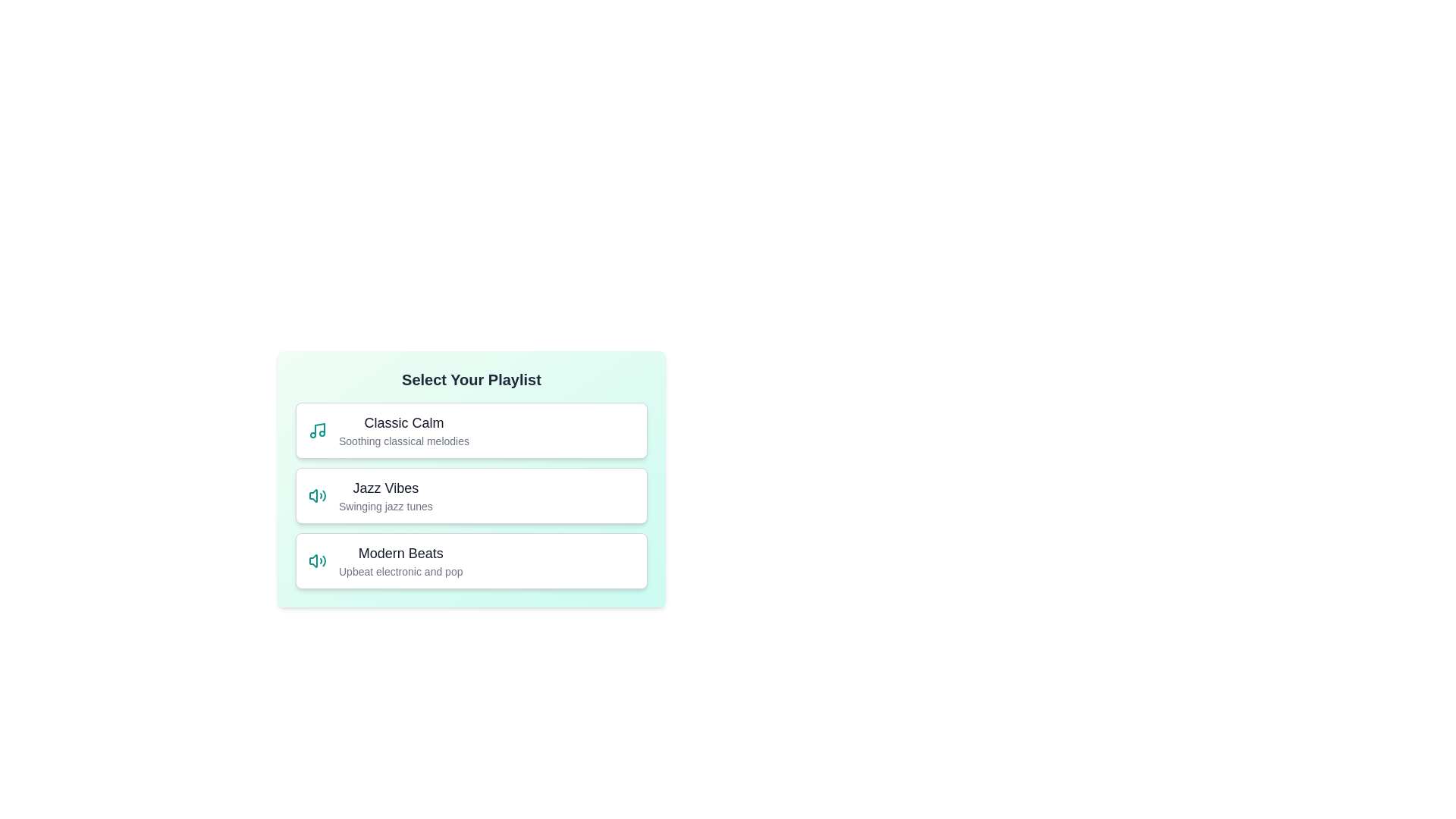 The image size is (1456, 819). I want to click on the 'Jazz Vibes' text block that provides a description of the playlist, positioned between 'Classic Calm' and 'Modern Beats' in the playlist selection interface, so click(385, 496).